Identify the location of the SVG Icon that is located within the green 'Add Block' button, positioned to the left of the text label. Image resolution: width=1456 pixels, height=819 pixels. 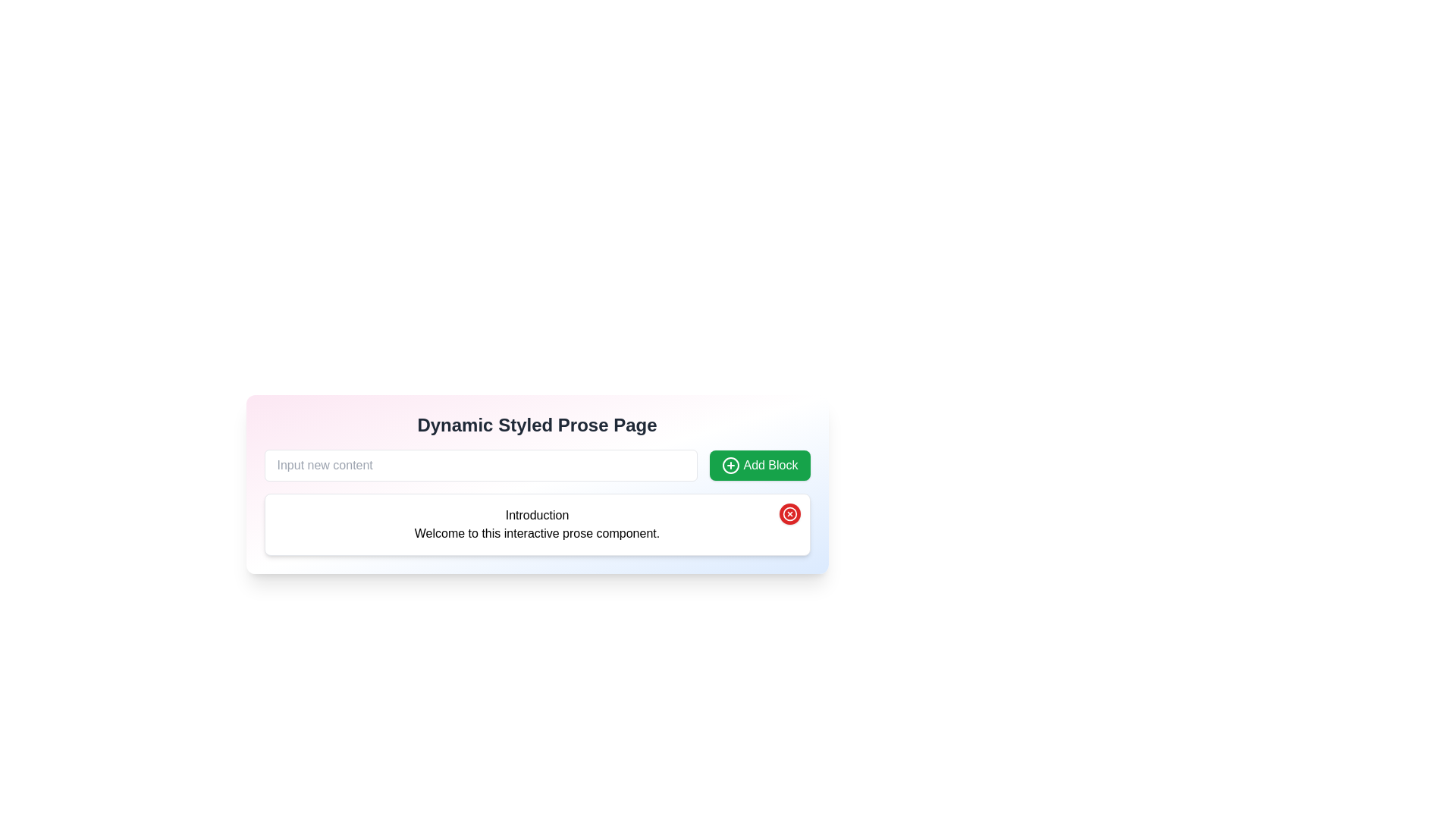
(731, 464).